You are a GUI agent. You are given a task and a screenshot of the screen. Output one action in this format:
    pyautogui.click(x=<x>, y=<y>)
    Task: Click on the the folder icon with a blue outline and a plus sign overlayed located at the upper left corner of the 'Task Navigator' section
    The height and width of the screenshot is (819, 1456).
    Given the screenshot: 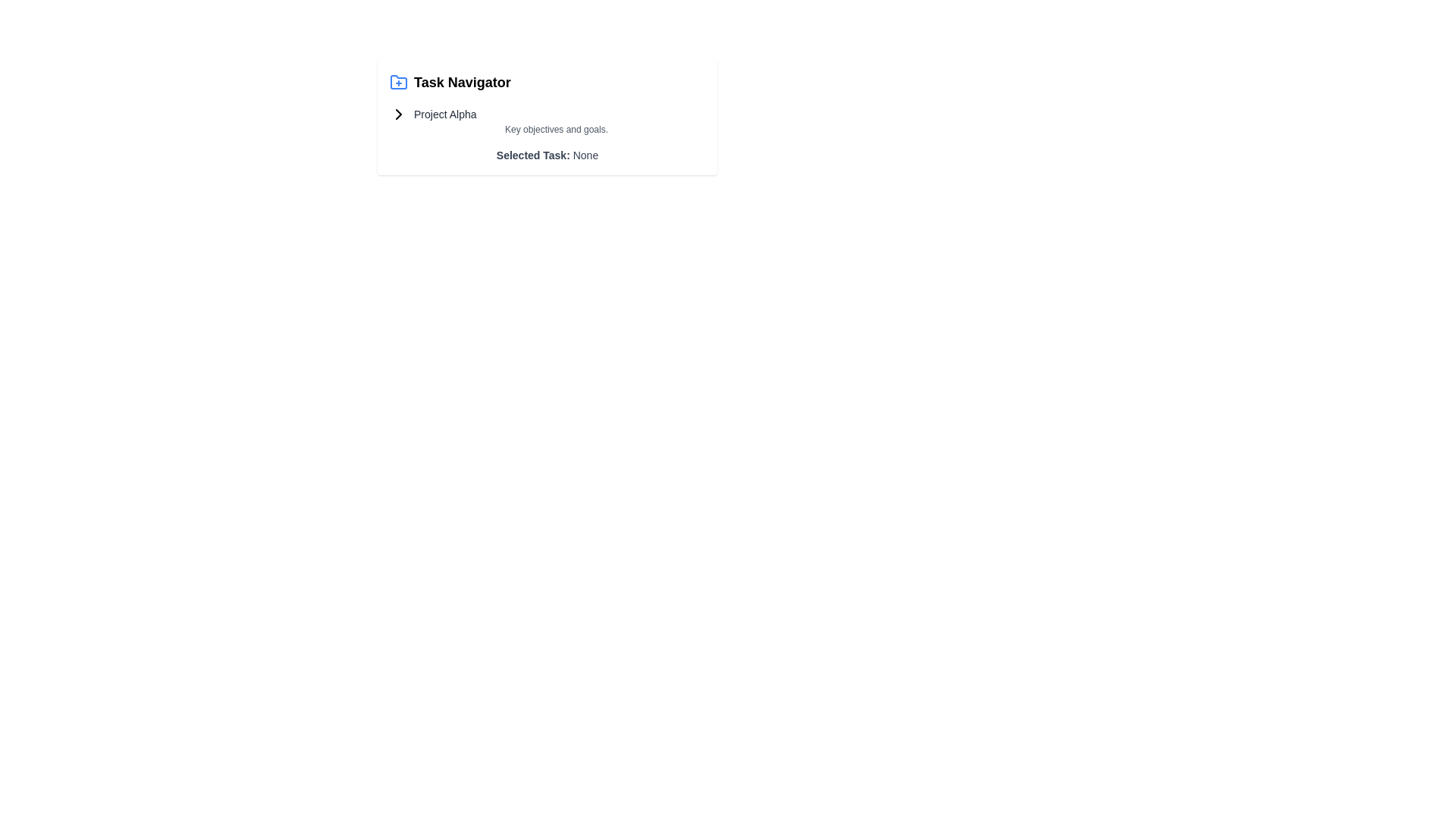 What is the action you would take?
    pyautogui.click(x=399, y=82)
    